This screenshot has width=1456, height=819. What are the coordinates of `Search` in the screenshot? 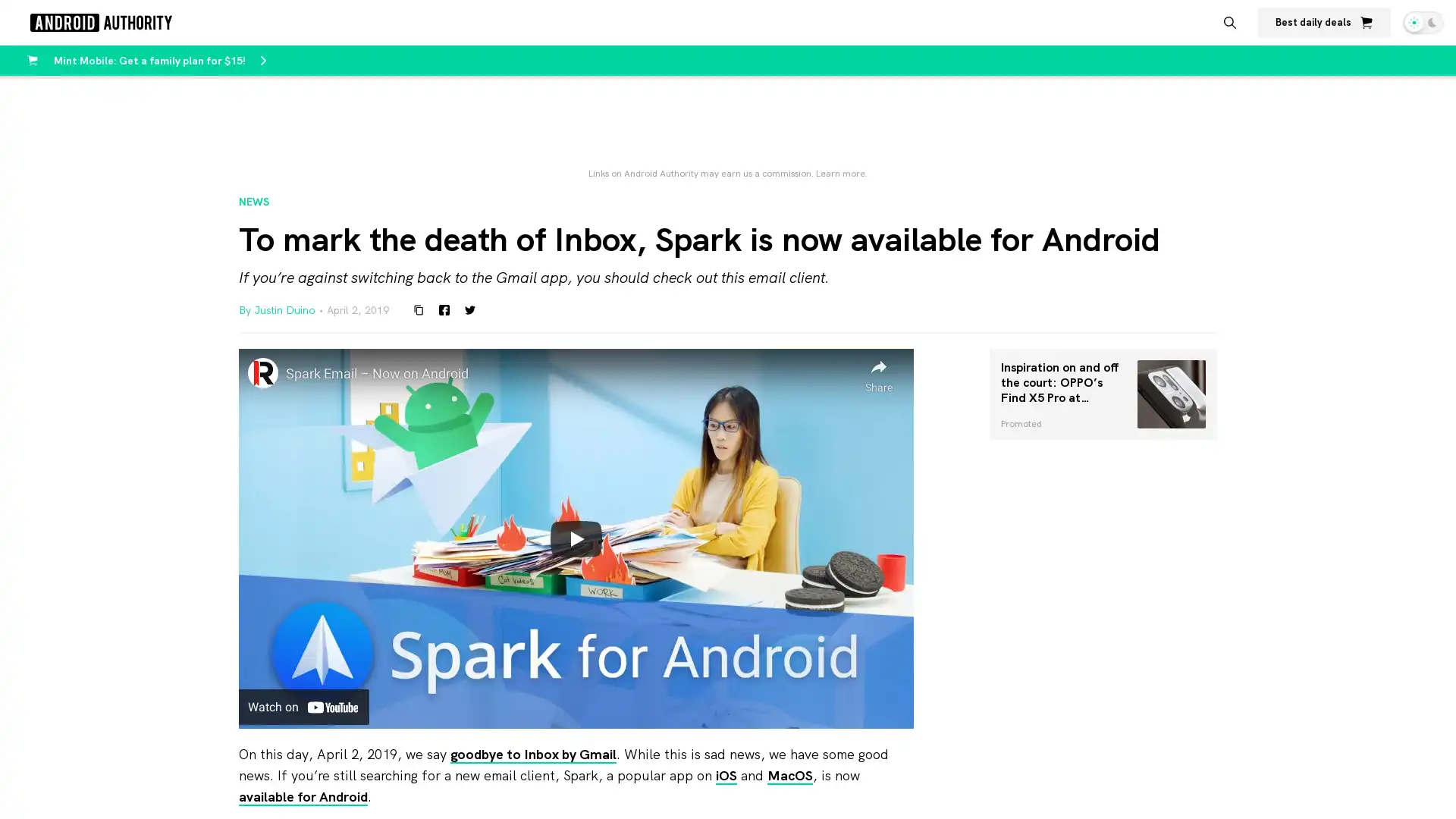 It's located at (1230, 22).